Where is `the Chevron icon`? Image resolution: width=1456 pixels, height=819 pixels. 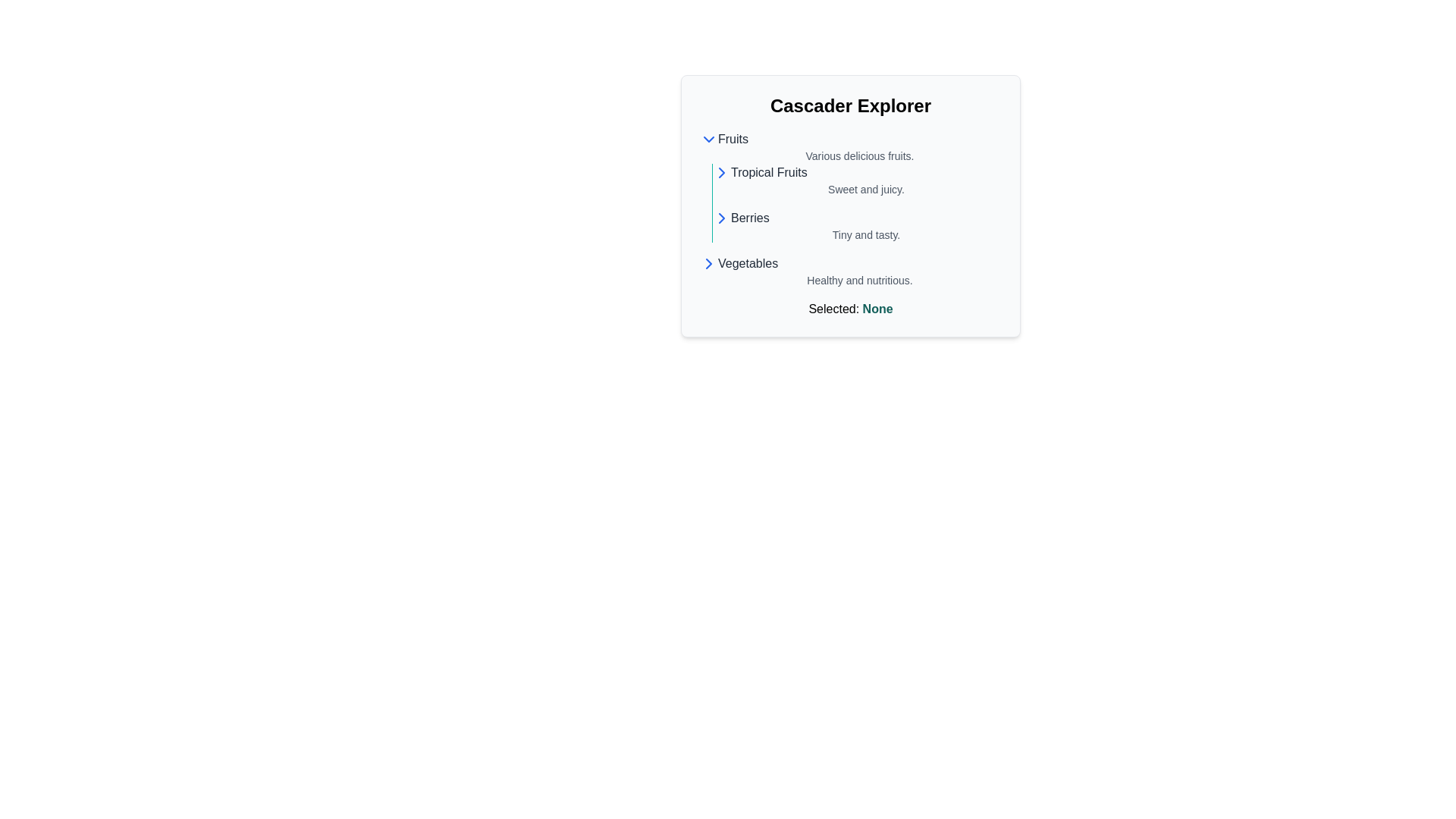
the Chevron icon is located at coordinates (720, 171).